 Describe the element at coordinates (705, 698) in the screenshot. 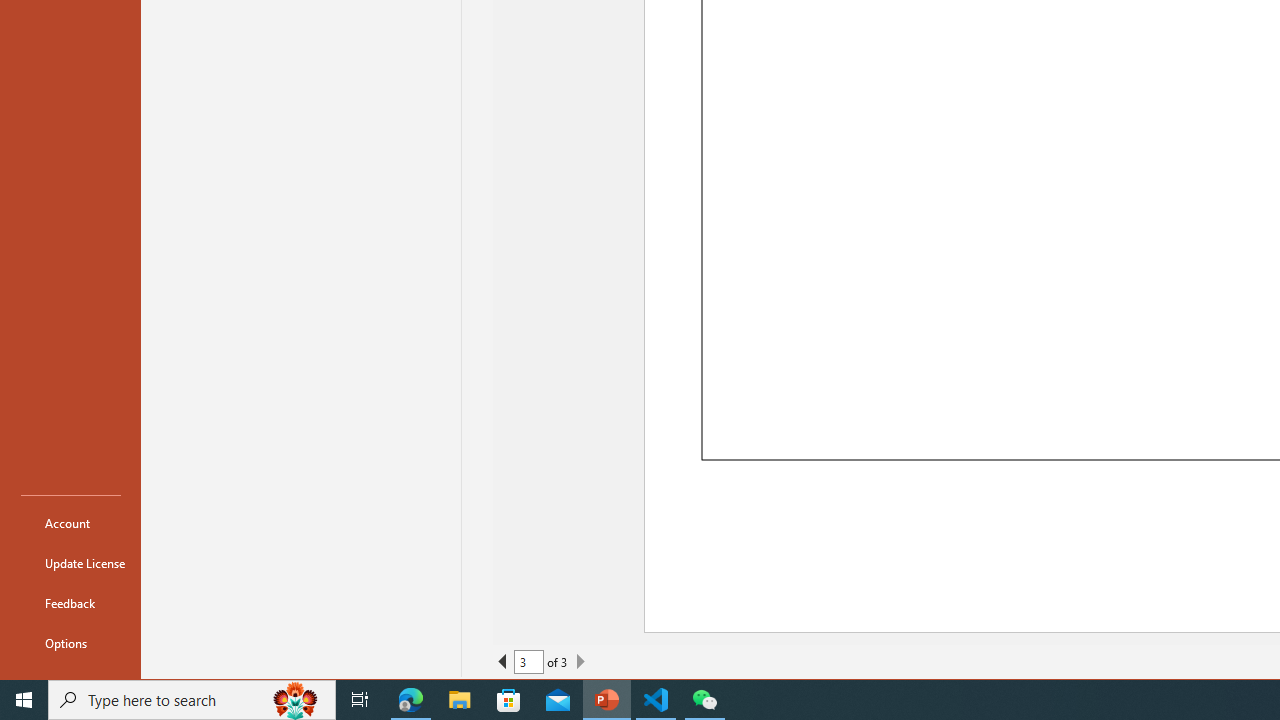

I see `'WeChat - 1 running window'` at that location.